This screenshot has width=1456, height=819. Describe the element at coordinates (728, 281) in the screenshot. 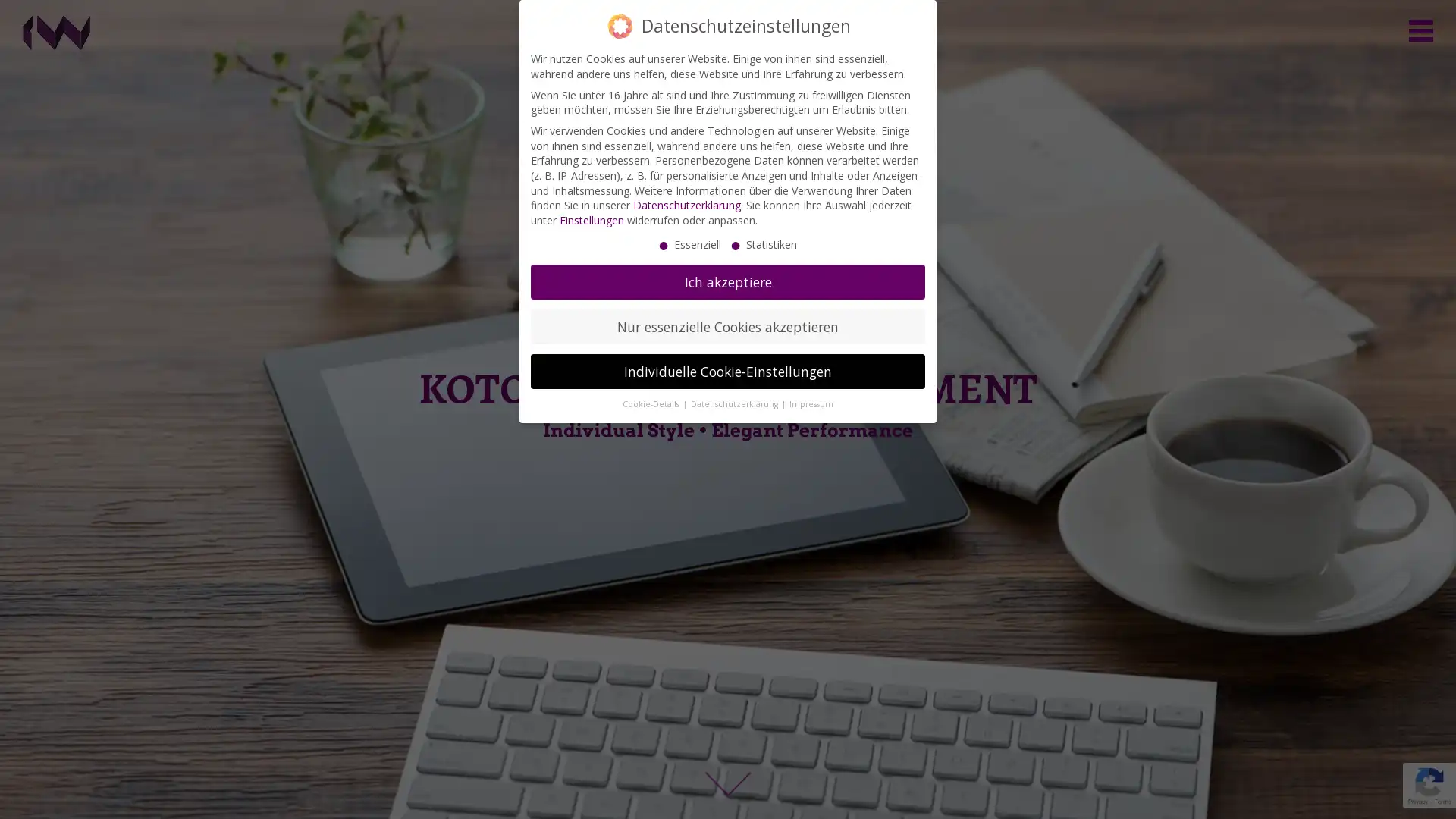

I see `Ich akzeptiere` at that location.